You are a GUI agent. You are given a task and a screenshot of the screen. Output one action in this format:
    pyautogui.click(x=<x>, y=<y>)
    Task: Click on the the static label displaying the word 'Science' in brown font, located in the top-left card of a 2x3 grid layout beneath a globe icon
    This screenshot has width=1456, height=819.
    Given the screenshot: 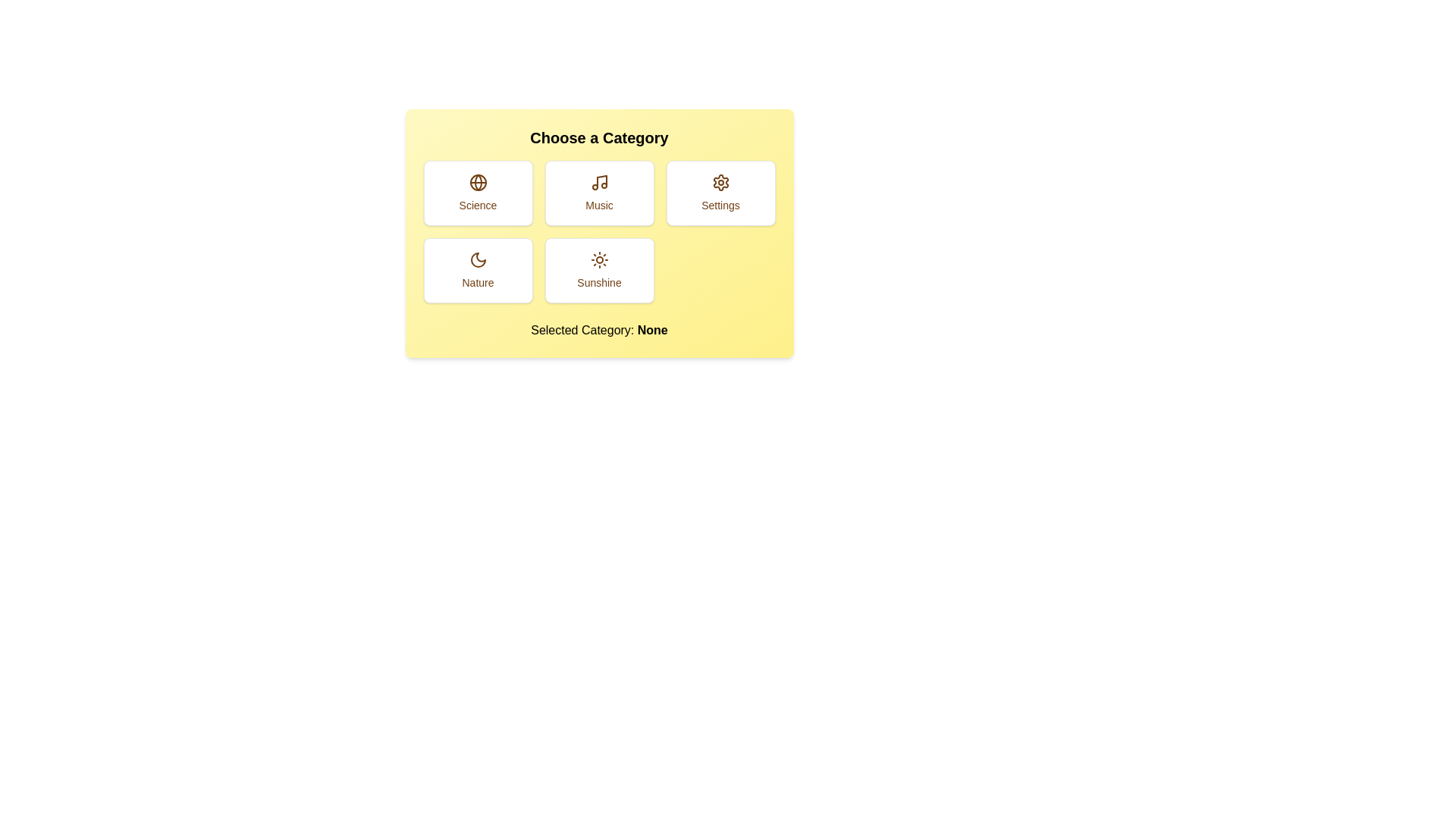 What is the action you would take?
    pyautogui.click(x=477, y=205)
    